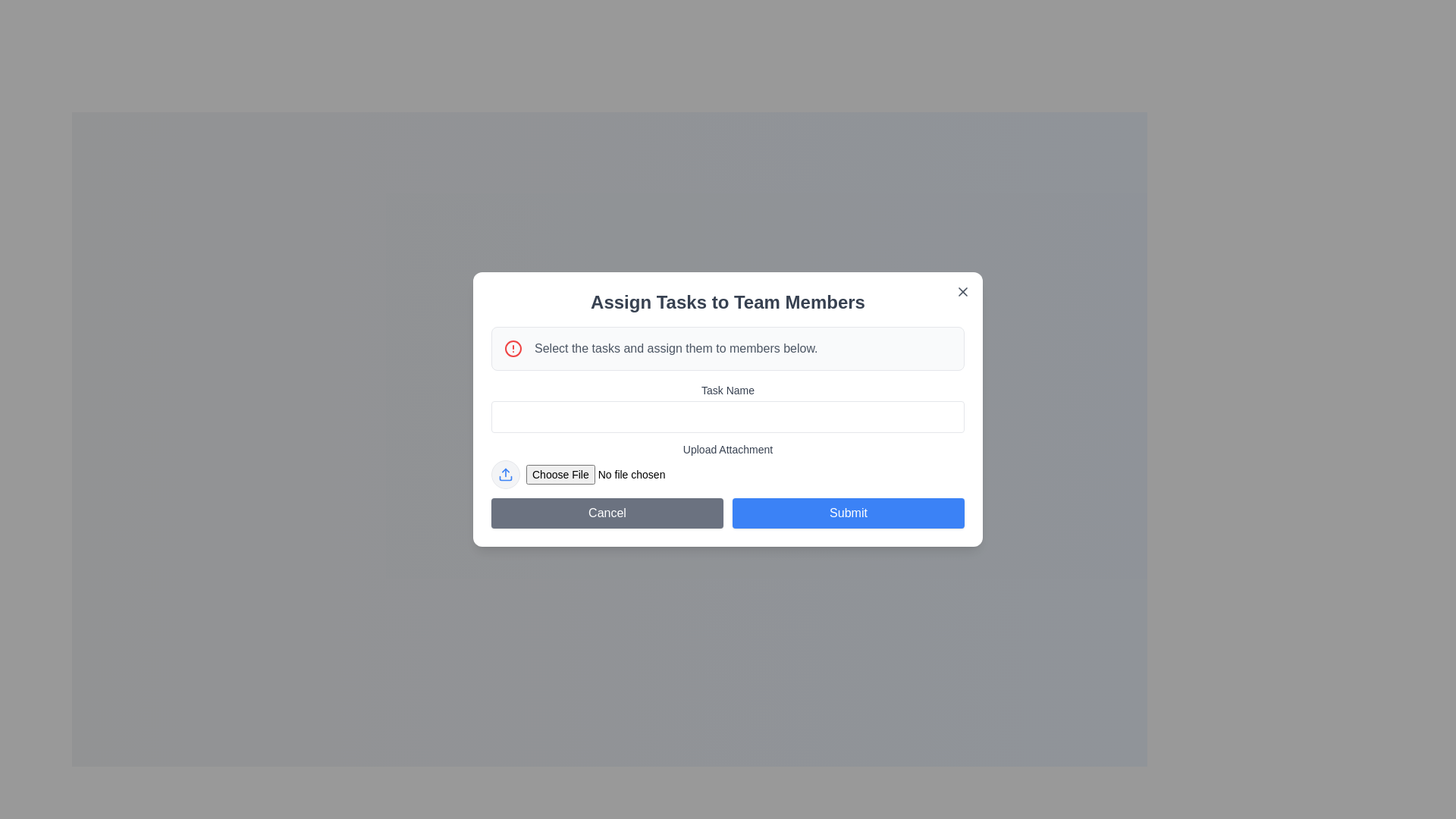 The height and width of the screenshot is (819, 1456). I want to click on the file input field labeled 'Upload Attachment' for accessibility navigation, so click(728, 464).